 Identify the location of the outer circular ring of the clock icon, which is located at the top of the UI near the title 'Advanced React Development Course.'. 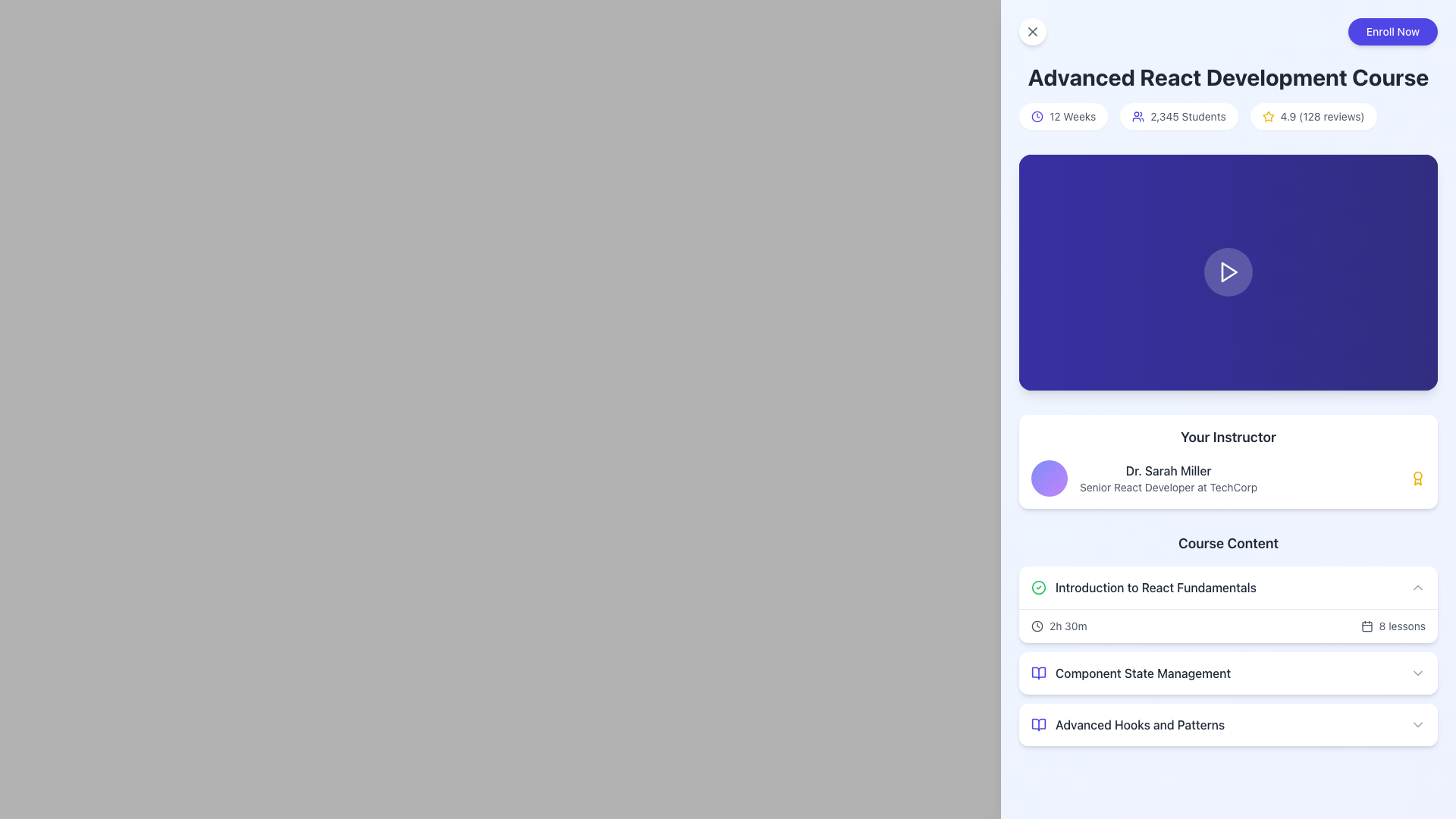
(1037, 116).